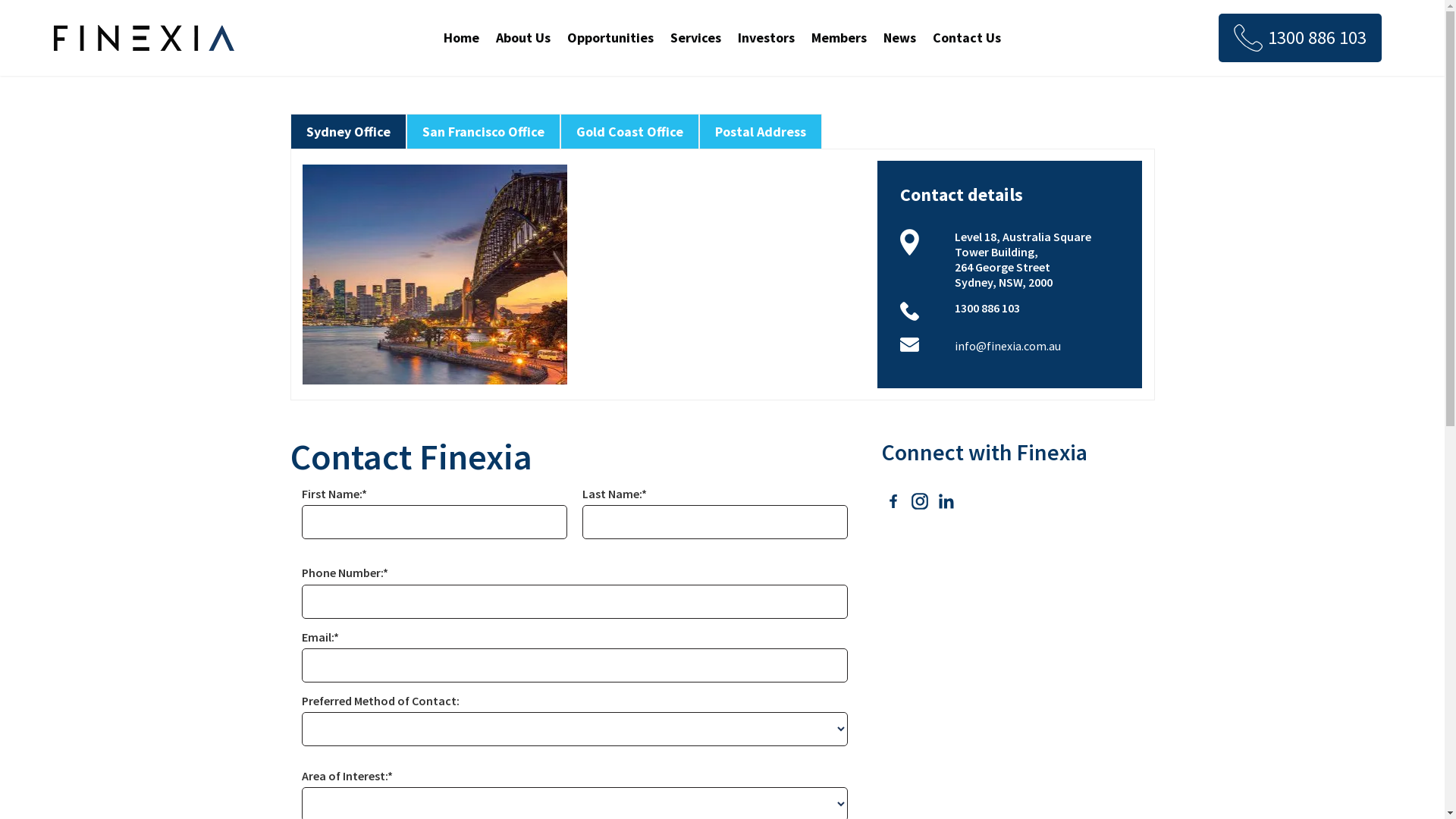 This screenshot has width=1456, height=819. Describe the element at coordinates (144, 37) in the screenshot. I see `'Finexia Financial Group Limited'` at that location.